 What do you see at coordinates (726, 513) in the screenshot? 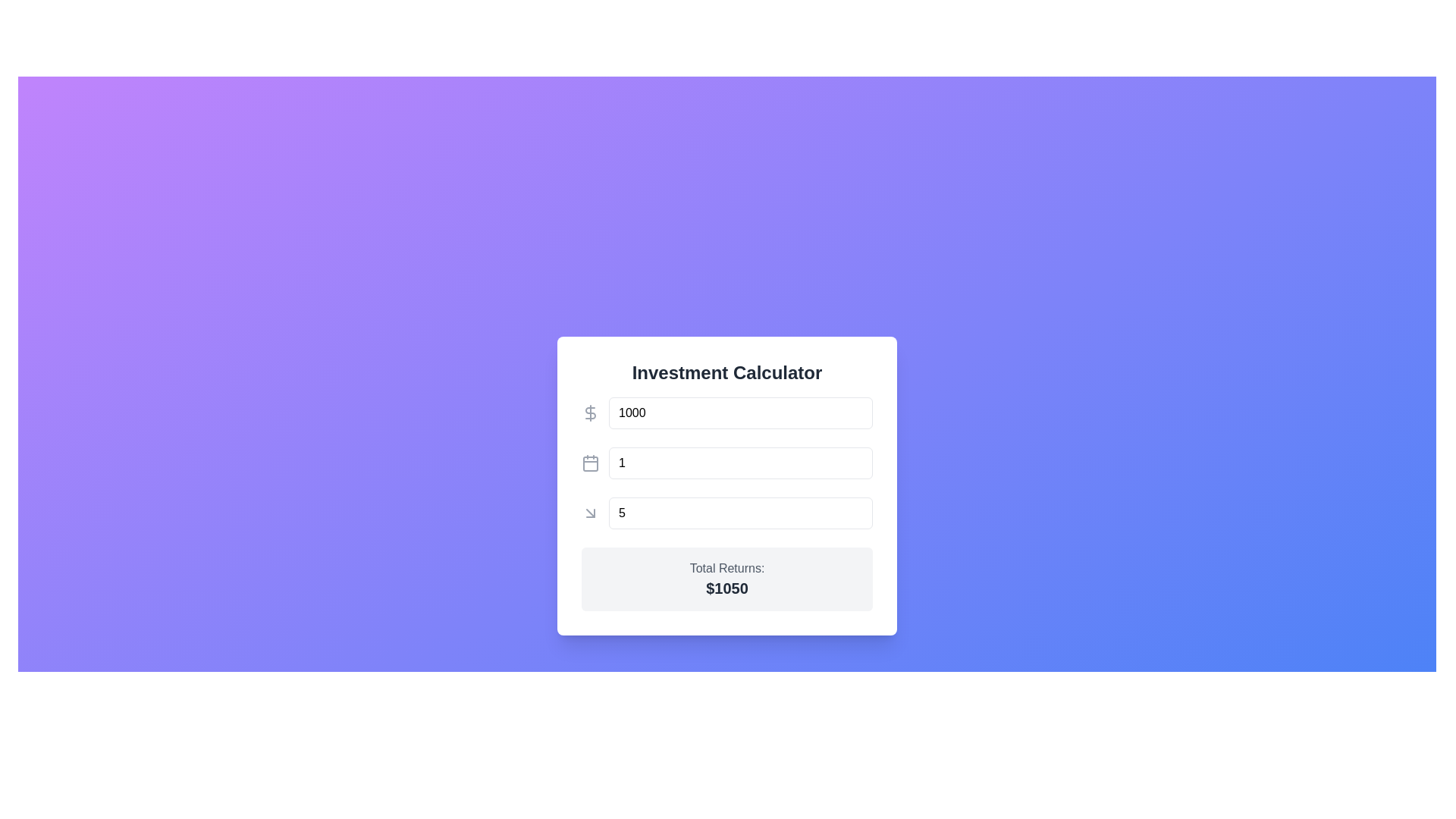
I see `the numeric input field for the interest rate percentage, which is the third input field in the calculator form, to focus on it` at bounding box center [726, 513].